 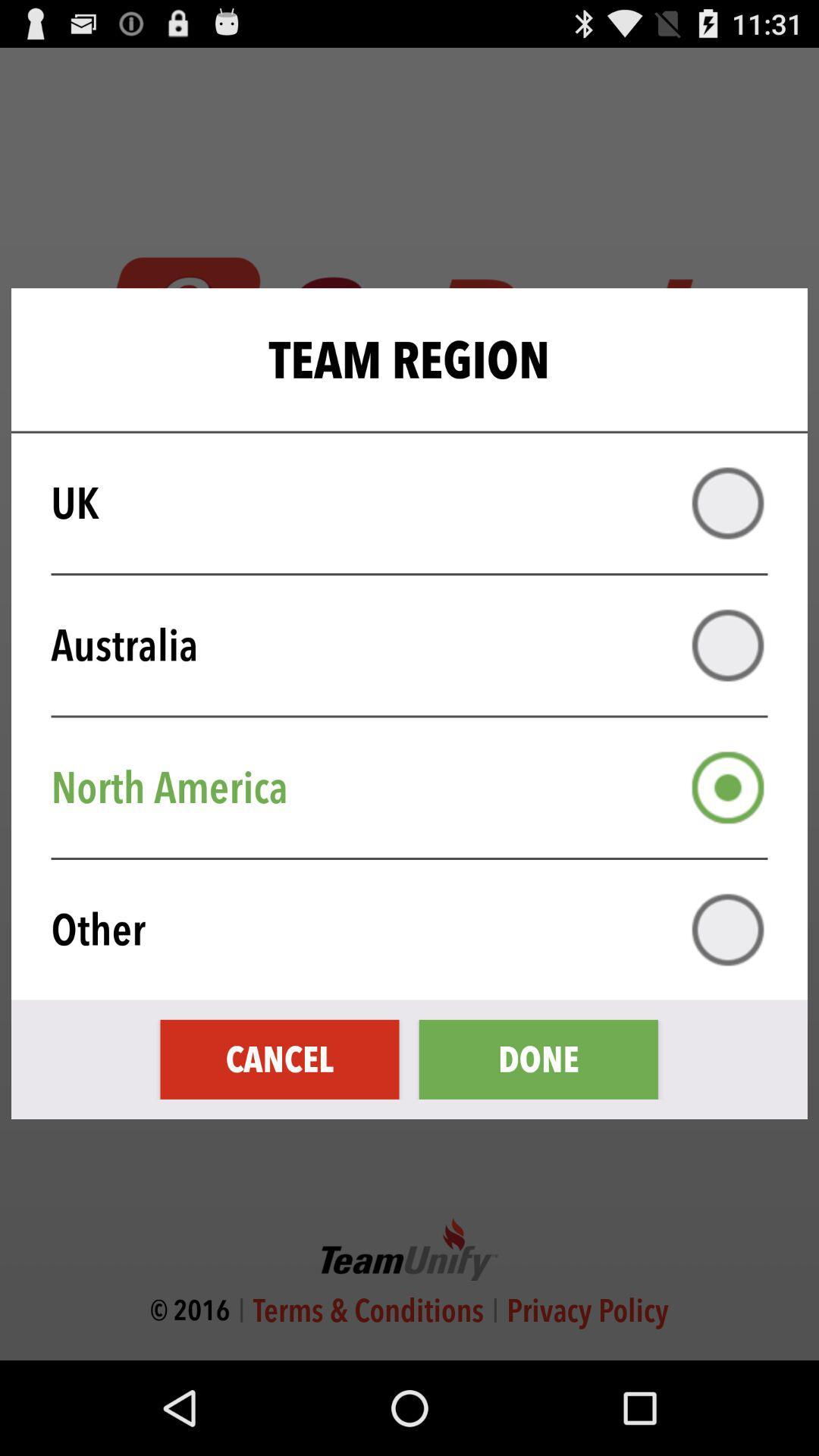 I want to click on north america, so click(x=727, y=787).